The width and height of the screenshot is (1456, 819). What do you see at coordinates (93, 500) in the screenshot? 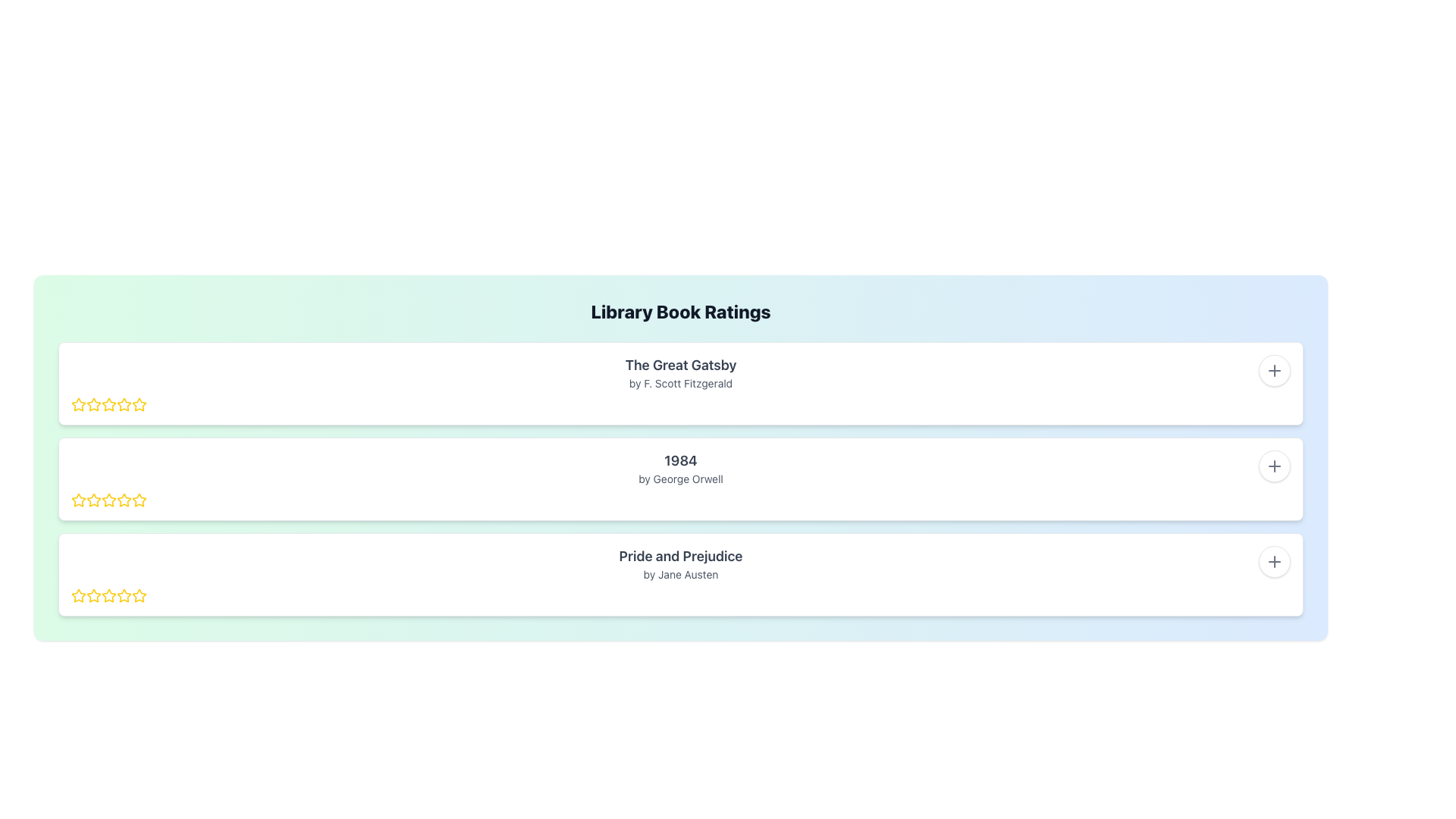
I see `the second star rating icon from the left in the second row, which is outlined in yellow and part of the star rating interface under the book title '1984' by George Orwell` at bounding box center [93, 500].